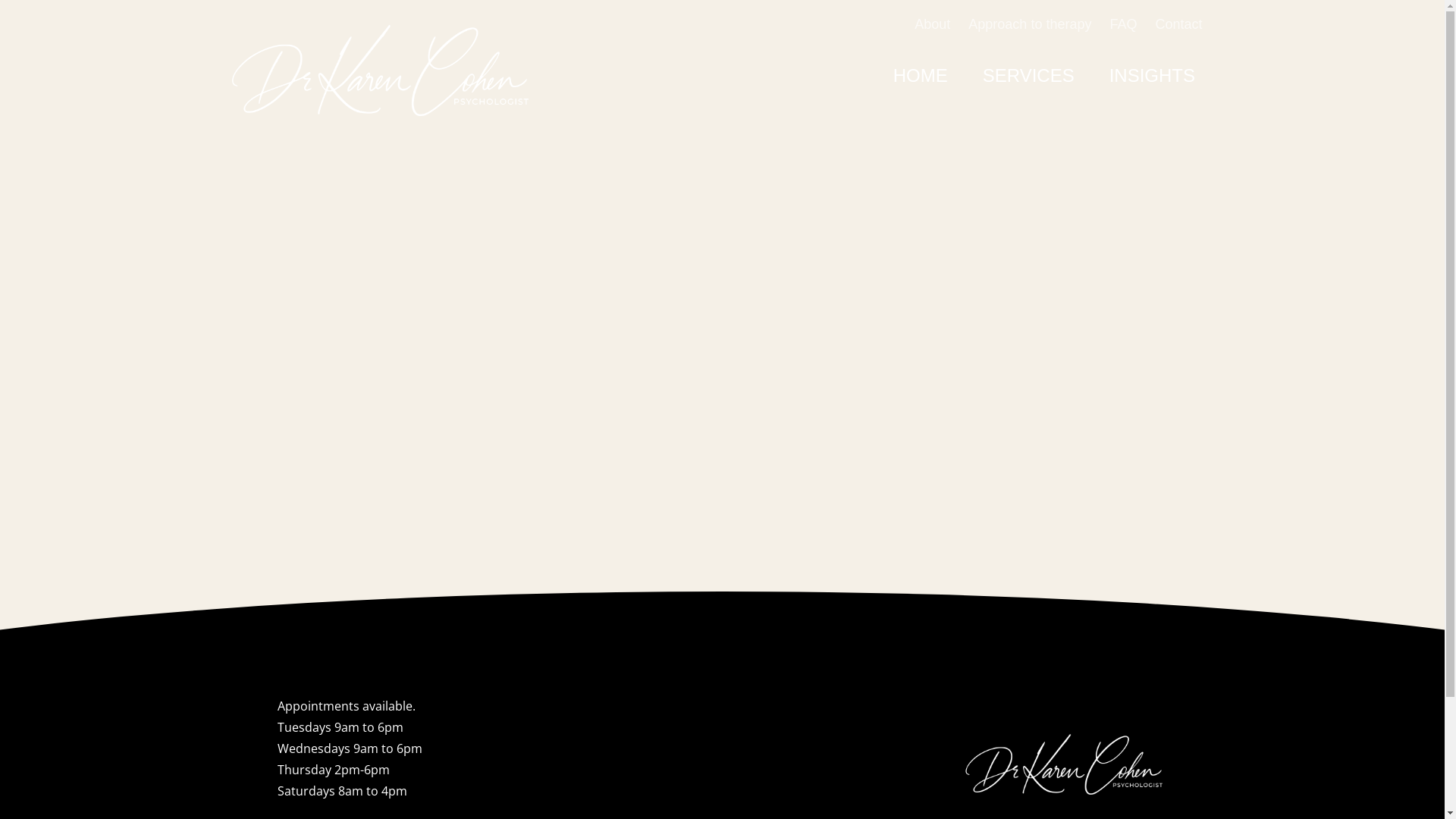 This screenshot has width=1456, height=819. I want to click on 'HOME', so click(920, 76).